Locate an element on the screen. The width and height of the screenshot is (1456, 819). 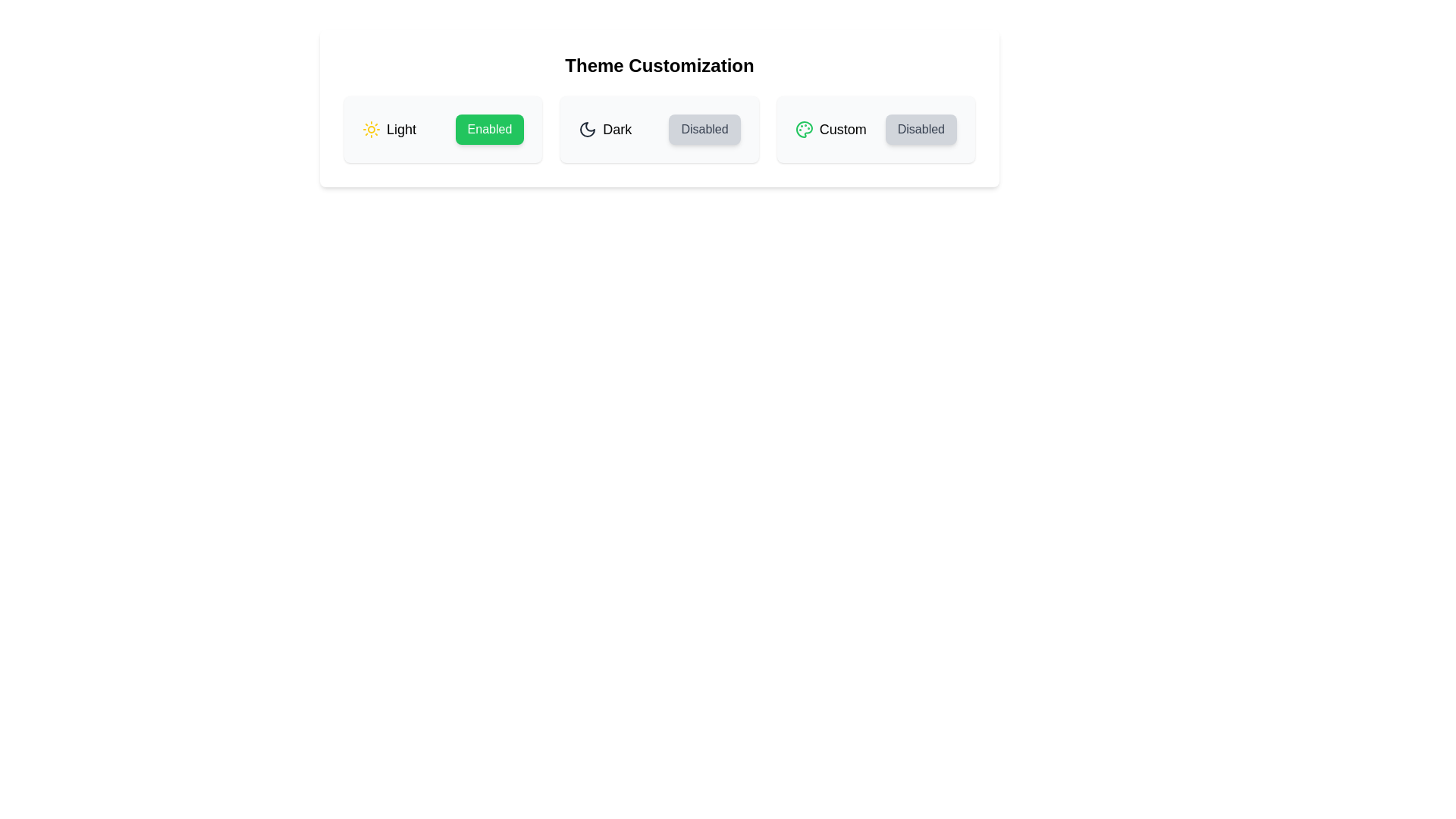
the 'Enabled' button next to the 'Light' label is located at coordinates (489, 128).